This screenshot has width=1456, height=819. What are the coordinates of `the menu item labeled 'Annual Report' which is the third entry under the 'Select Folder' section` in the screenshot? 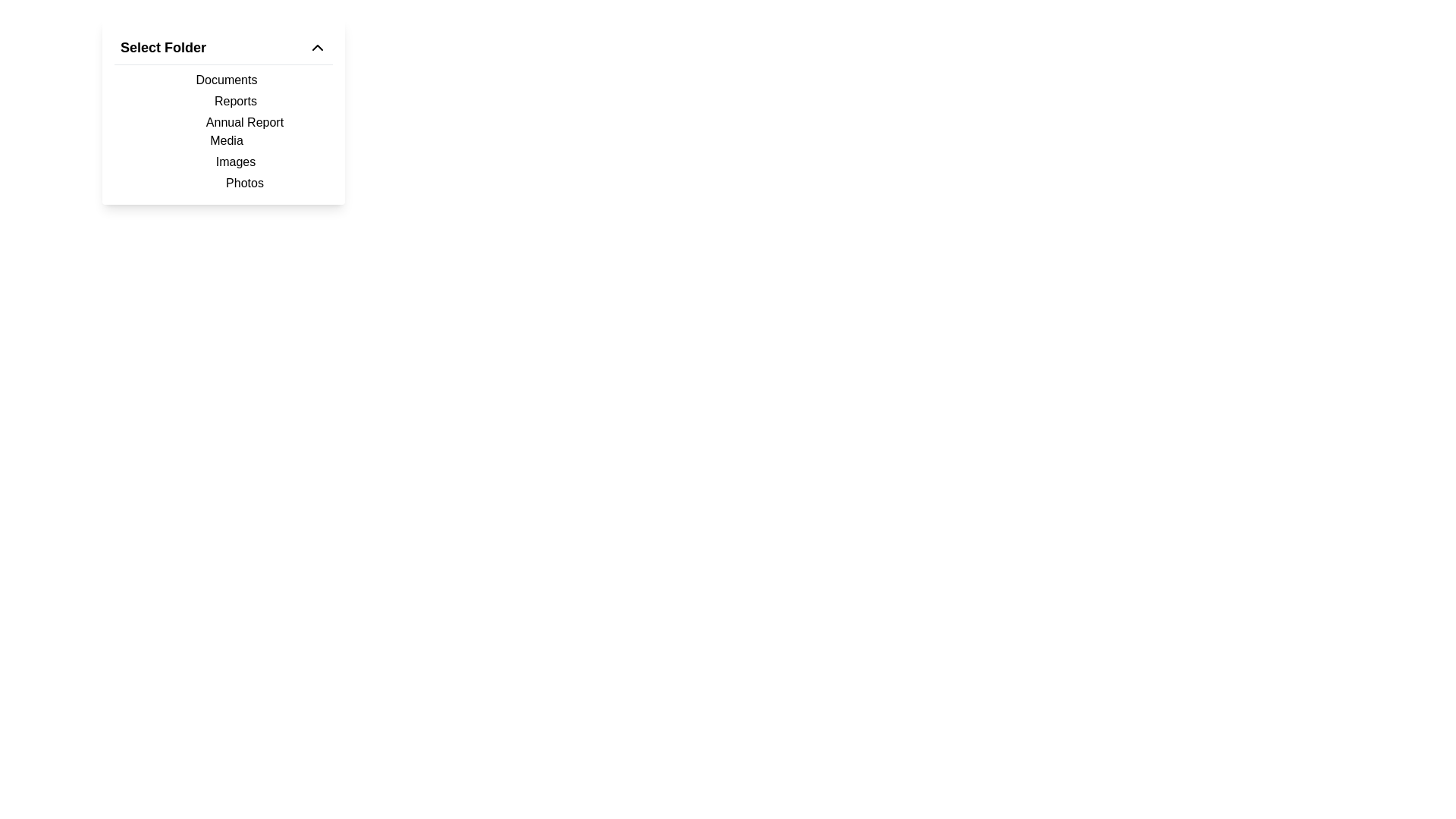 It's located at (222, 127).